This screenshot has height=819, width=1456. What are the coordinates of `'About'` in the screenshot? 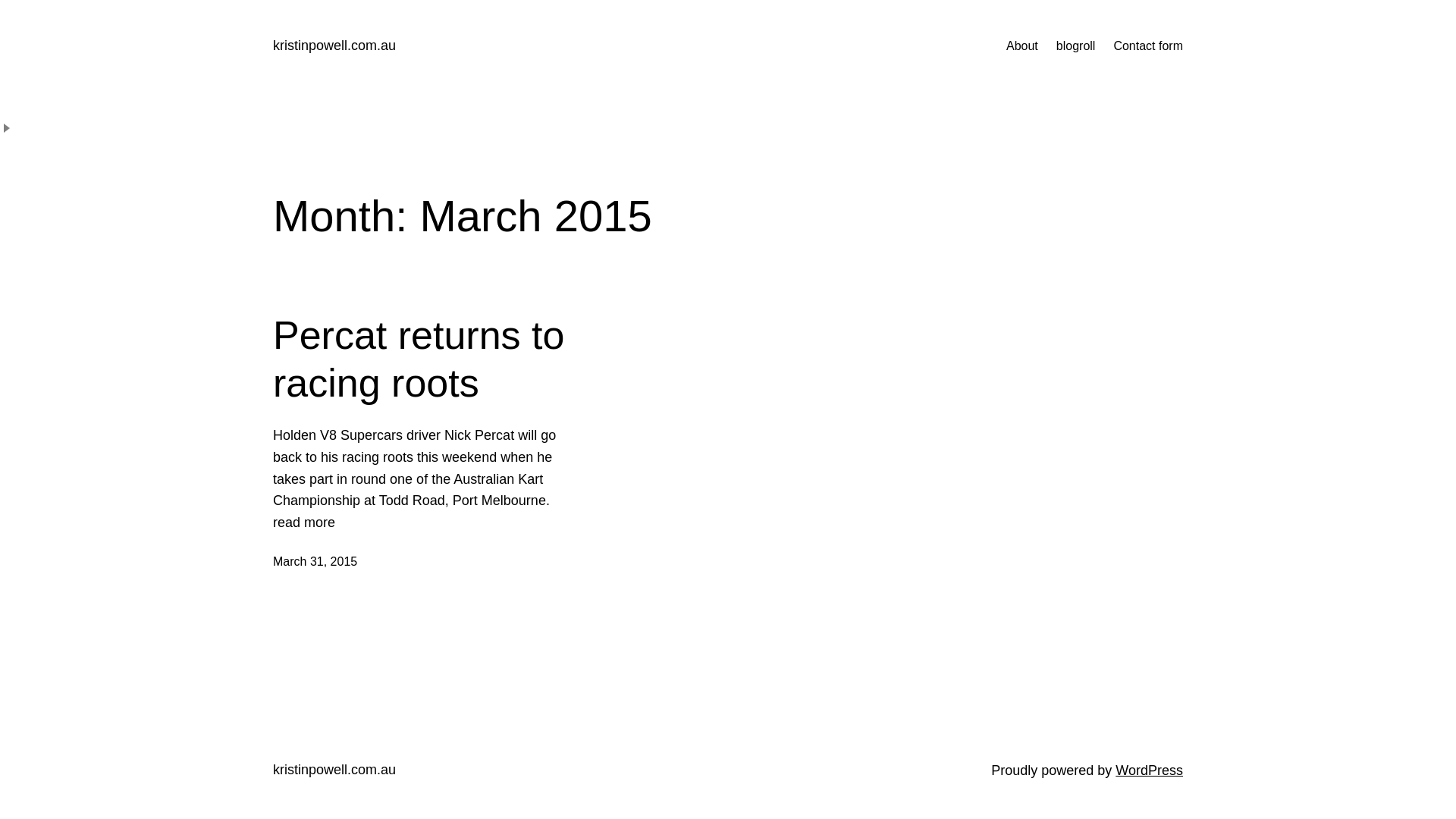 It's located at (1022, 45).